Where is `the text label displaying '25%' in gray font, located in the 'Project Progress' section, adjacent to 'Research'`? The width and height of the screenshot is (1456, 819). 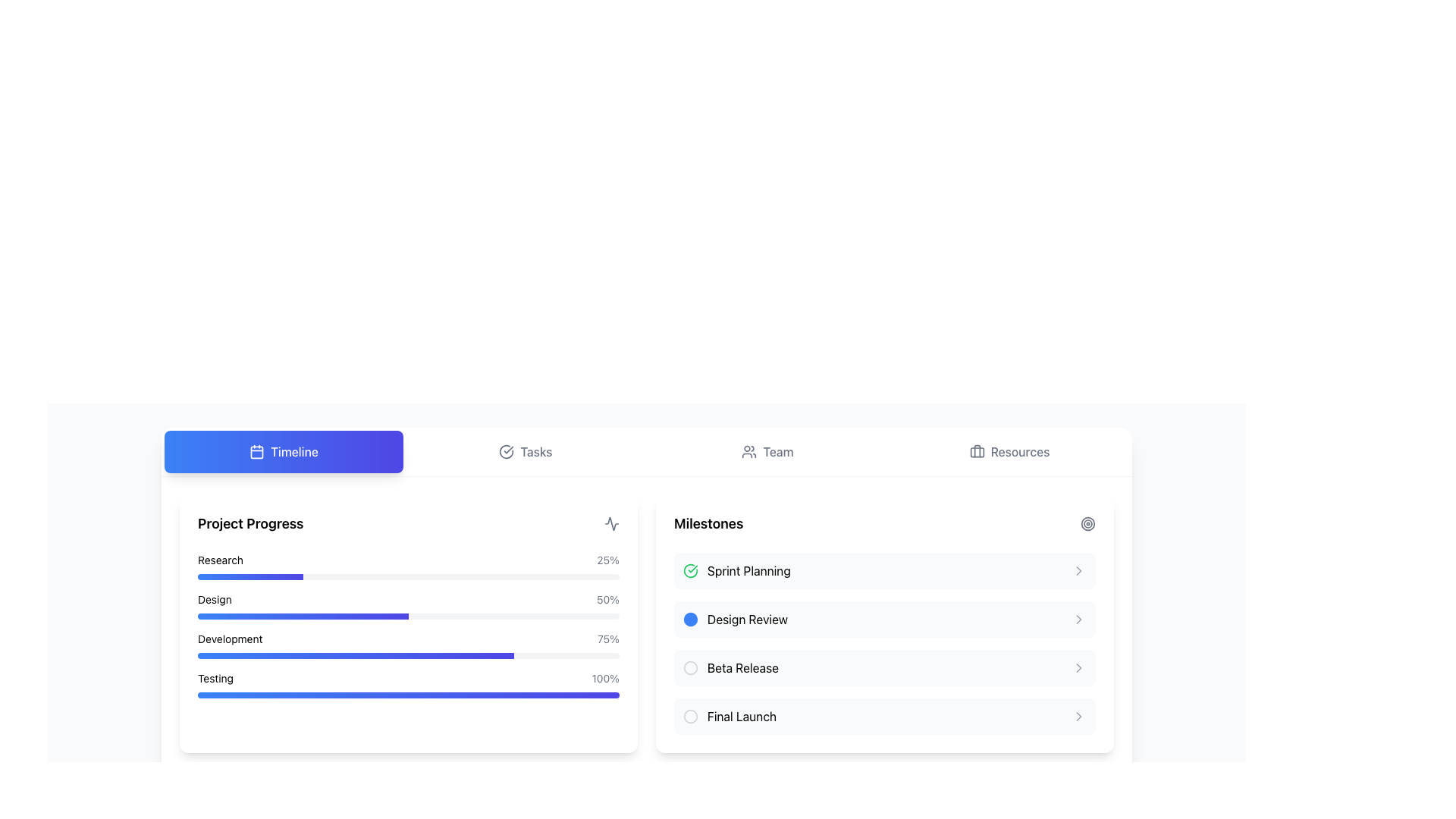
the text label displaying '25%' in gray font, located in the 'Project Progress' section, adjacent to 'Research' is located at coordinates (608, 560).